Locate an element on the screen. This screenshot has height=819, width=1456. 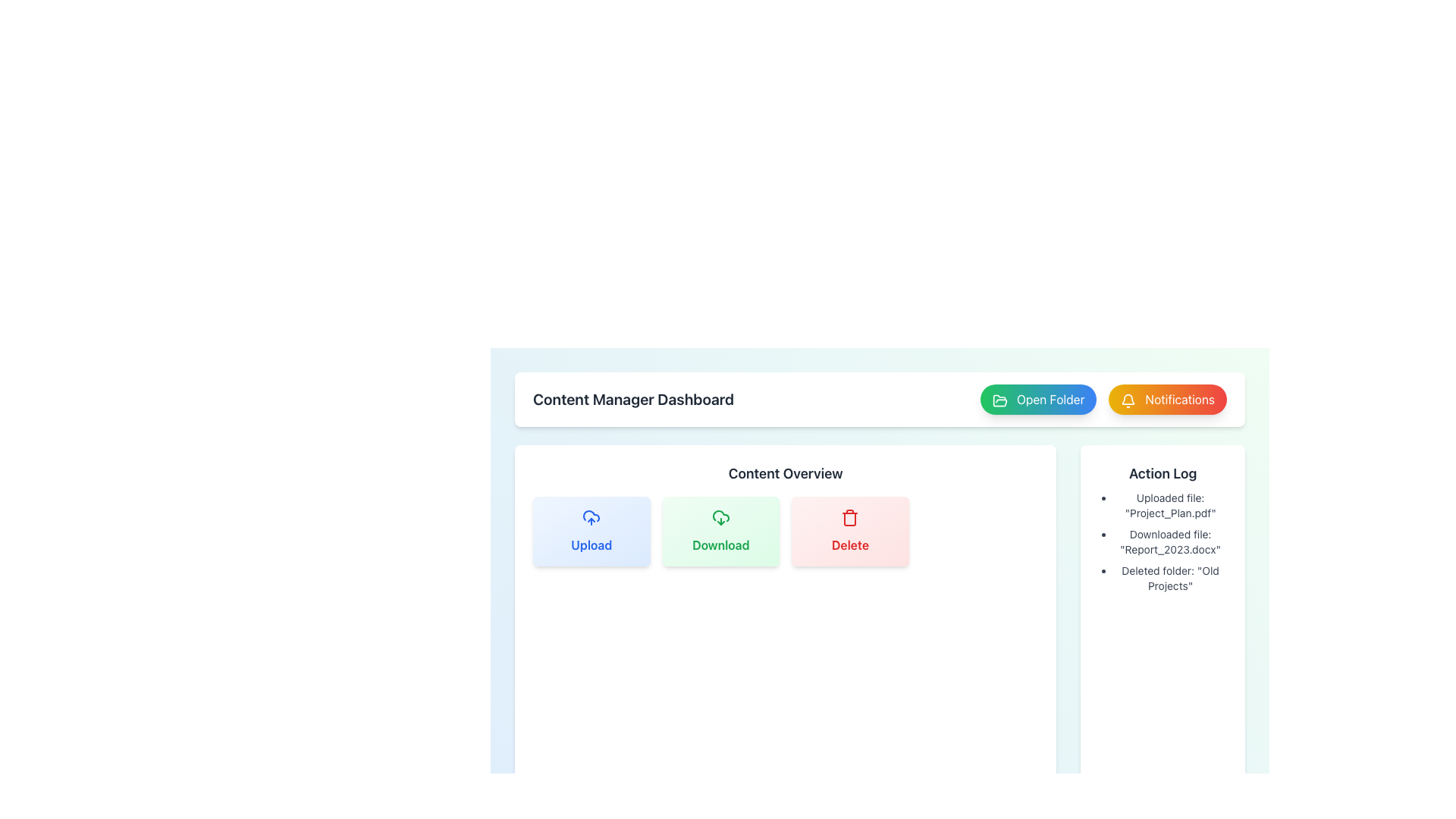
the text label displaying 'Downloaded file: "Report_2023.docx"' which is the second item in the bulleted list of the 'Action Log' section is located at coordinates (1169, 541).